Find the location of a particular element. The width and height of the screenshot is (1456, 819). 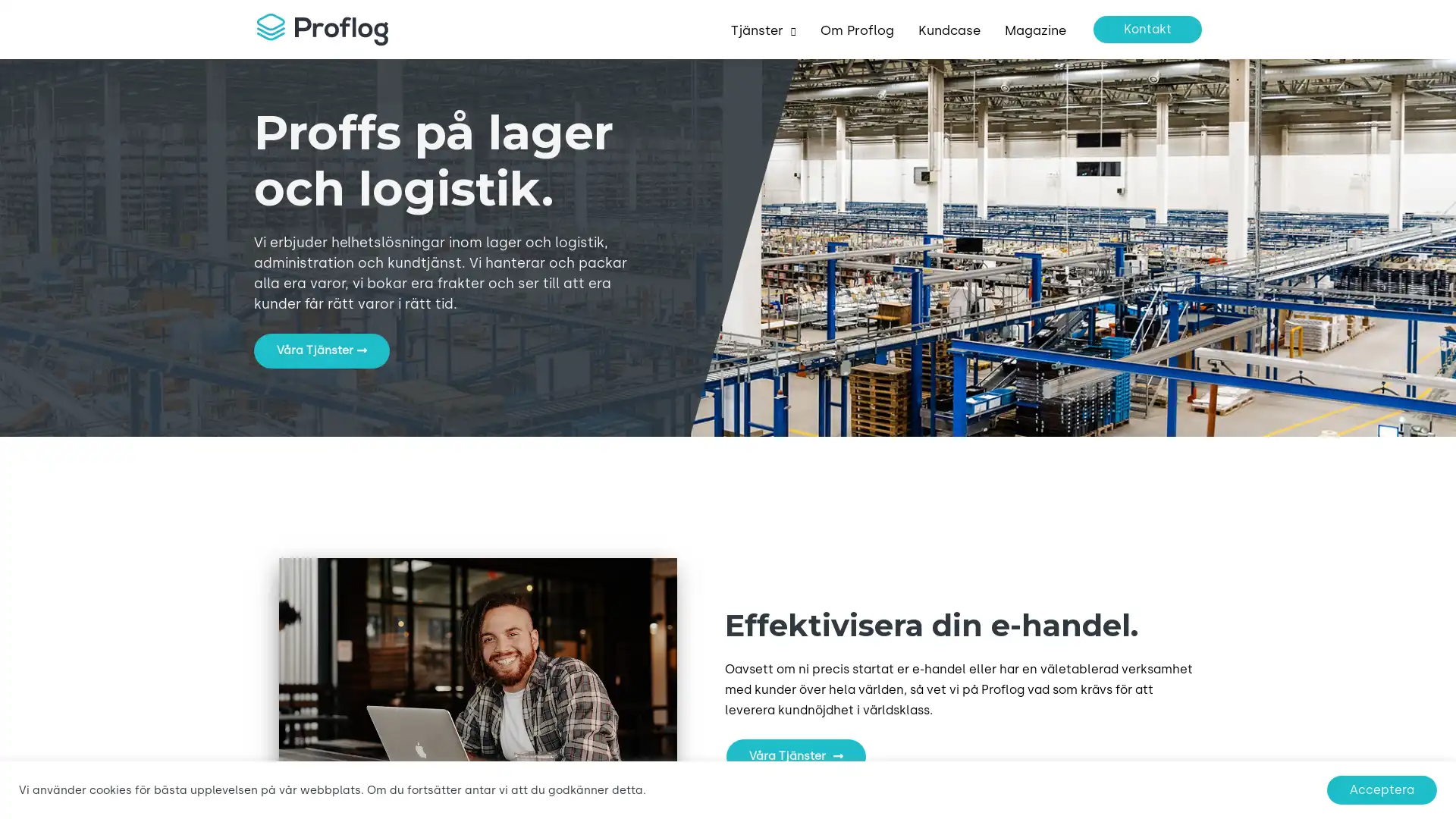

Acceptera is located at coordinates (1382, 789).